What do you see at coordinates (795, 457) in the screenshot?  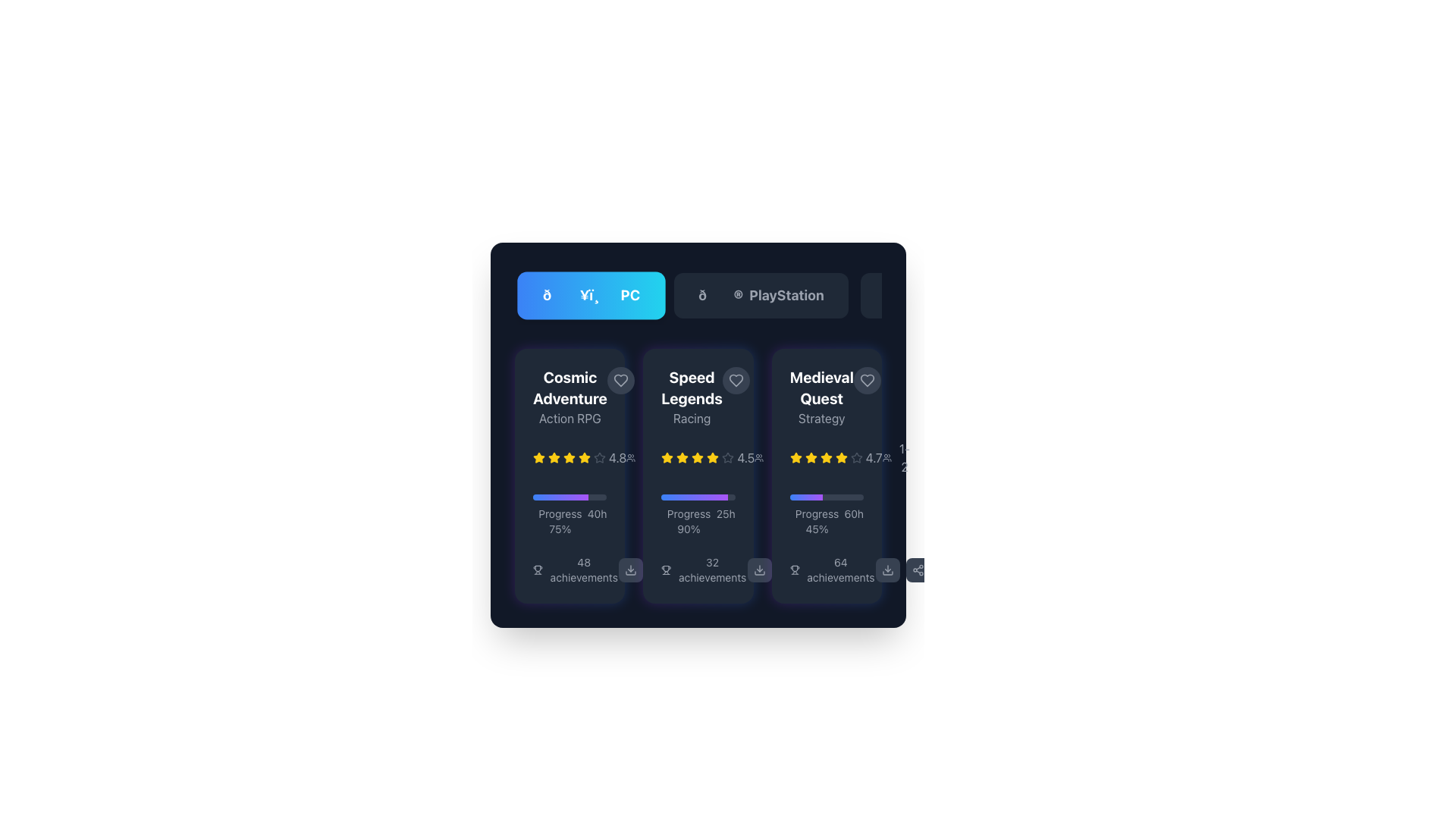 I see `the yellow star-shaped icon representing the 4.7-star rating for the game 'Medieval Quest', located in the third card from the left` at bounding box center [795, 457].